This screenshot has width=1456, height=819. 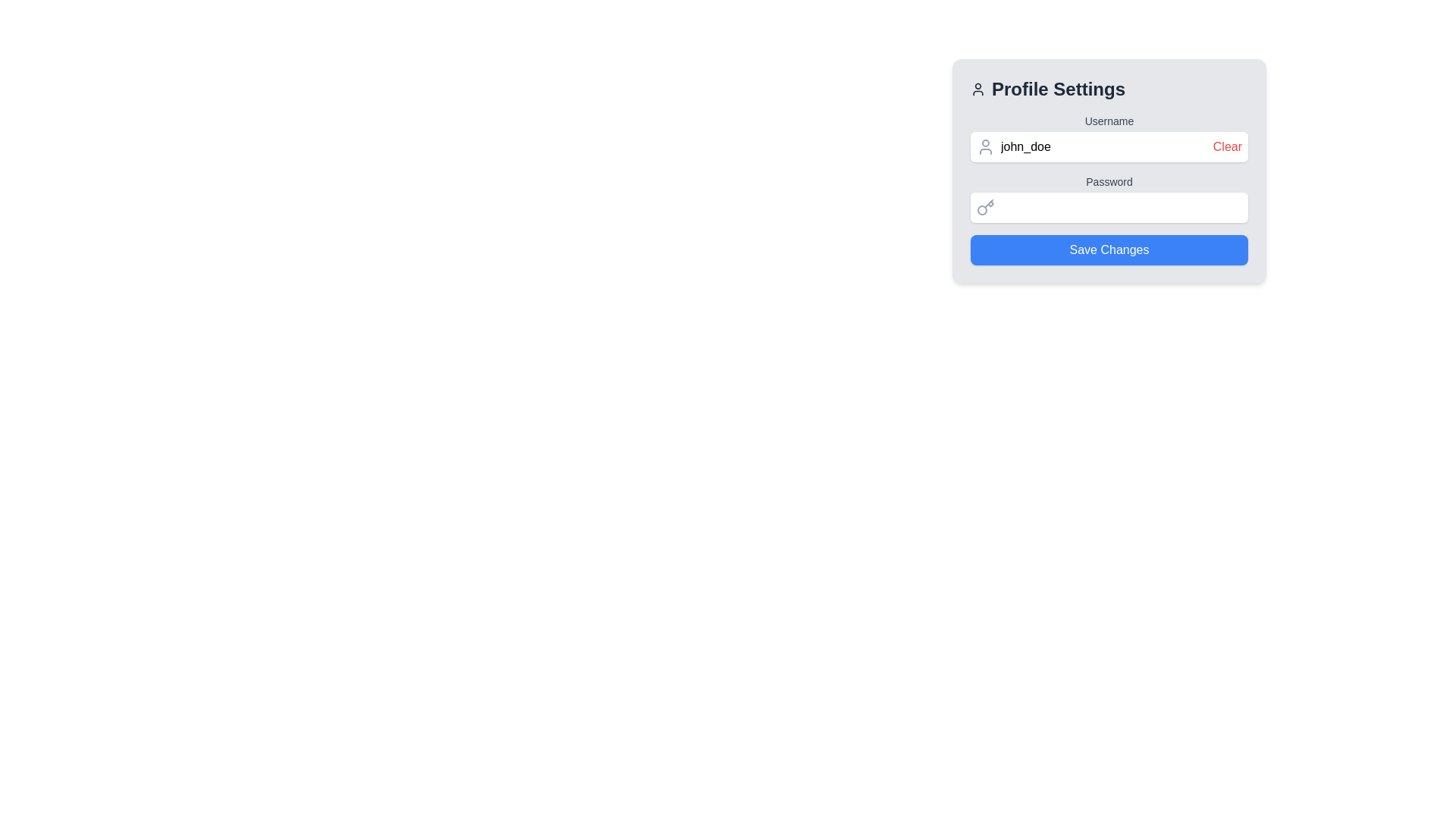 What do you see at coordinates (1109, 120) in the screenshot?
I see `the 'Username' label displayed in small-sized gray font above the input field labeled 'john_doe'` at bounding box center [1109, 120].